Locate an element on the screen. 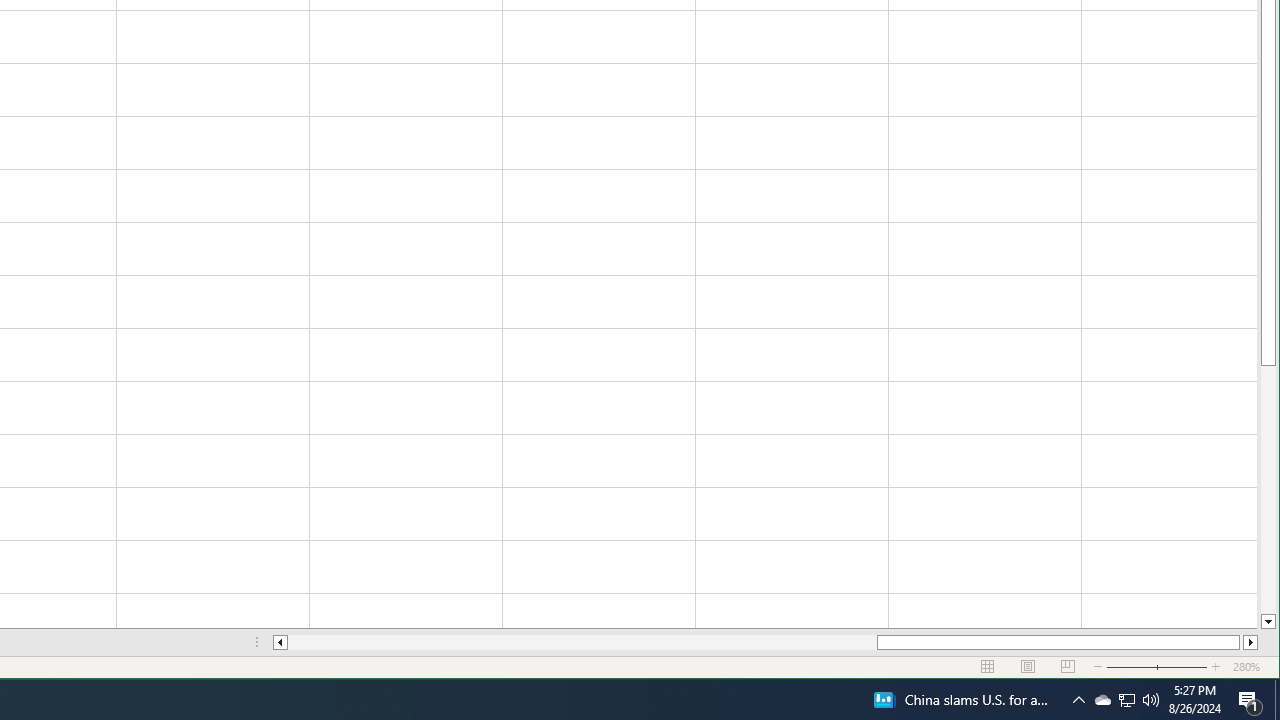 Image resolution: width=1280 pixels, height=720 pixels. 'Line down' is located at coordinates (1267, 621).